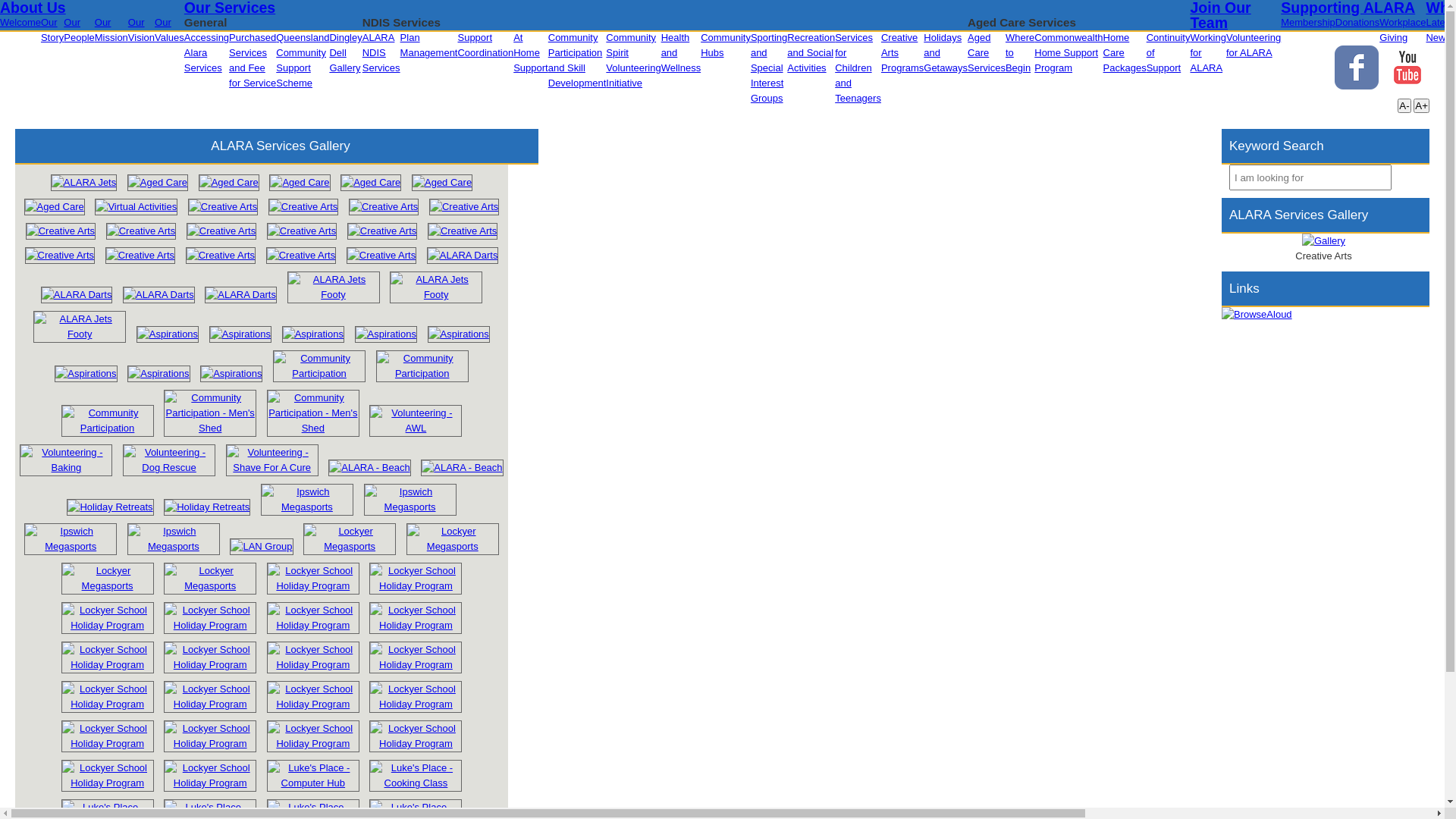 The width and height of the screenshot is (1456, 819). What do you see at coordinates (52, 30) in the screenshot?
I see `'Our Story'` at bounding box center [52, 30].